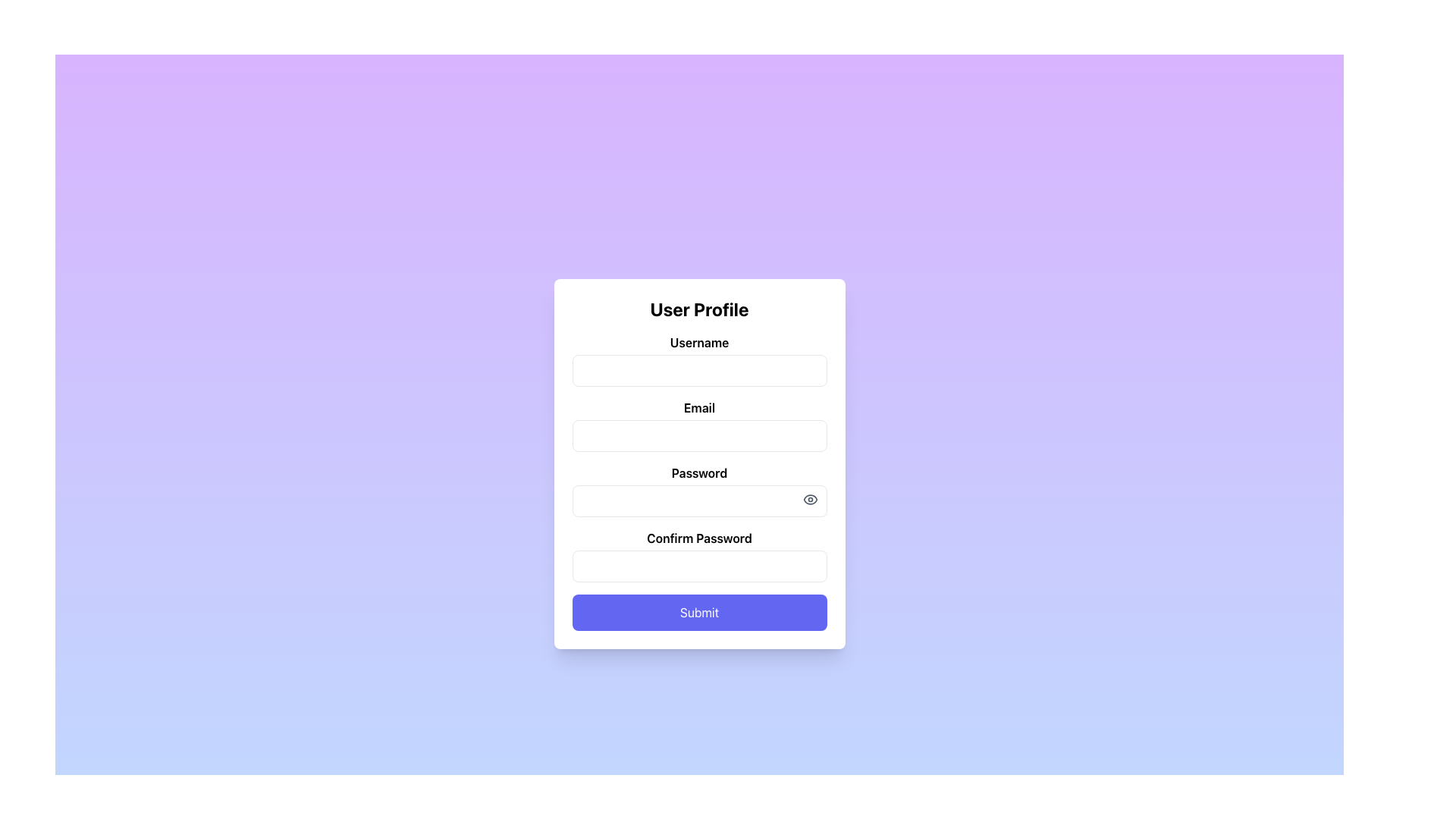  I want to click on the username label in the User Profile form, which is located at the top of the form and spans the width of the associated input field, so click(698, 342).